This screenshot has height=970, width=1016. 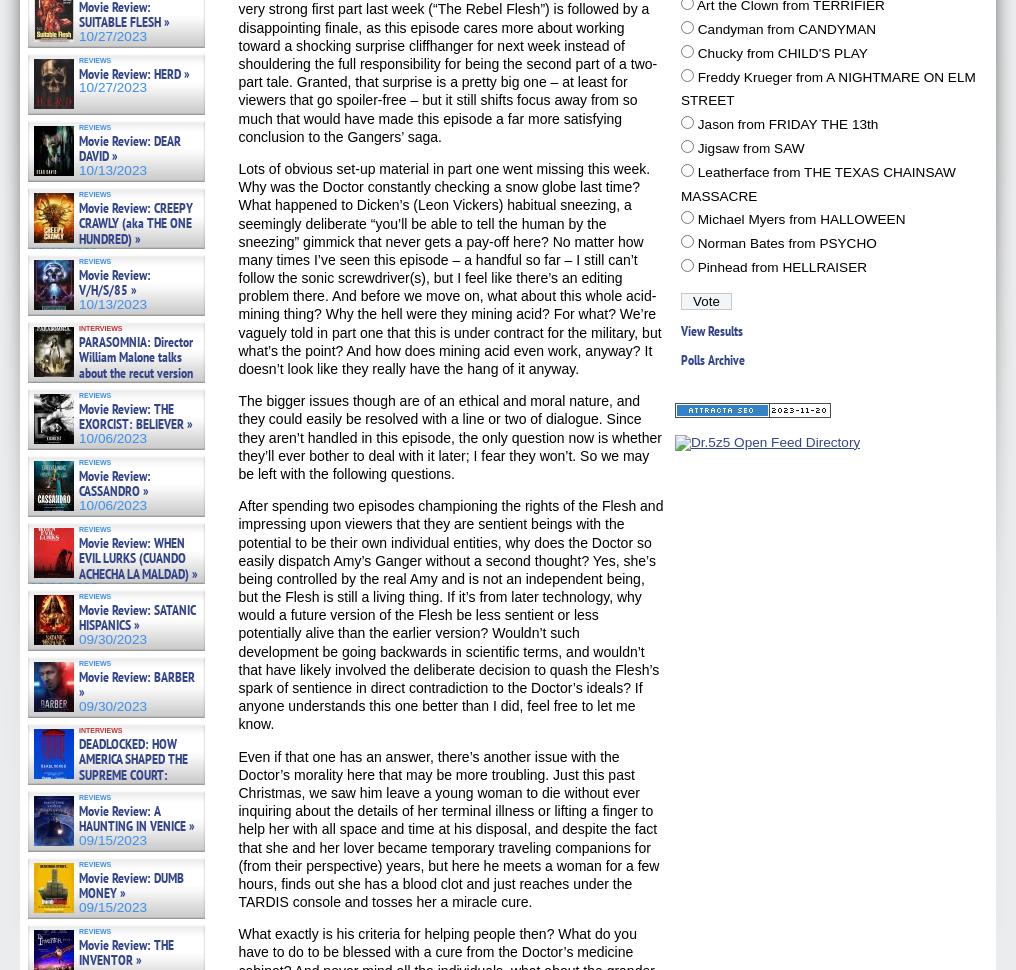 I want to click on 'View Results', so click(x=712, y=329).